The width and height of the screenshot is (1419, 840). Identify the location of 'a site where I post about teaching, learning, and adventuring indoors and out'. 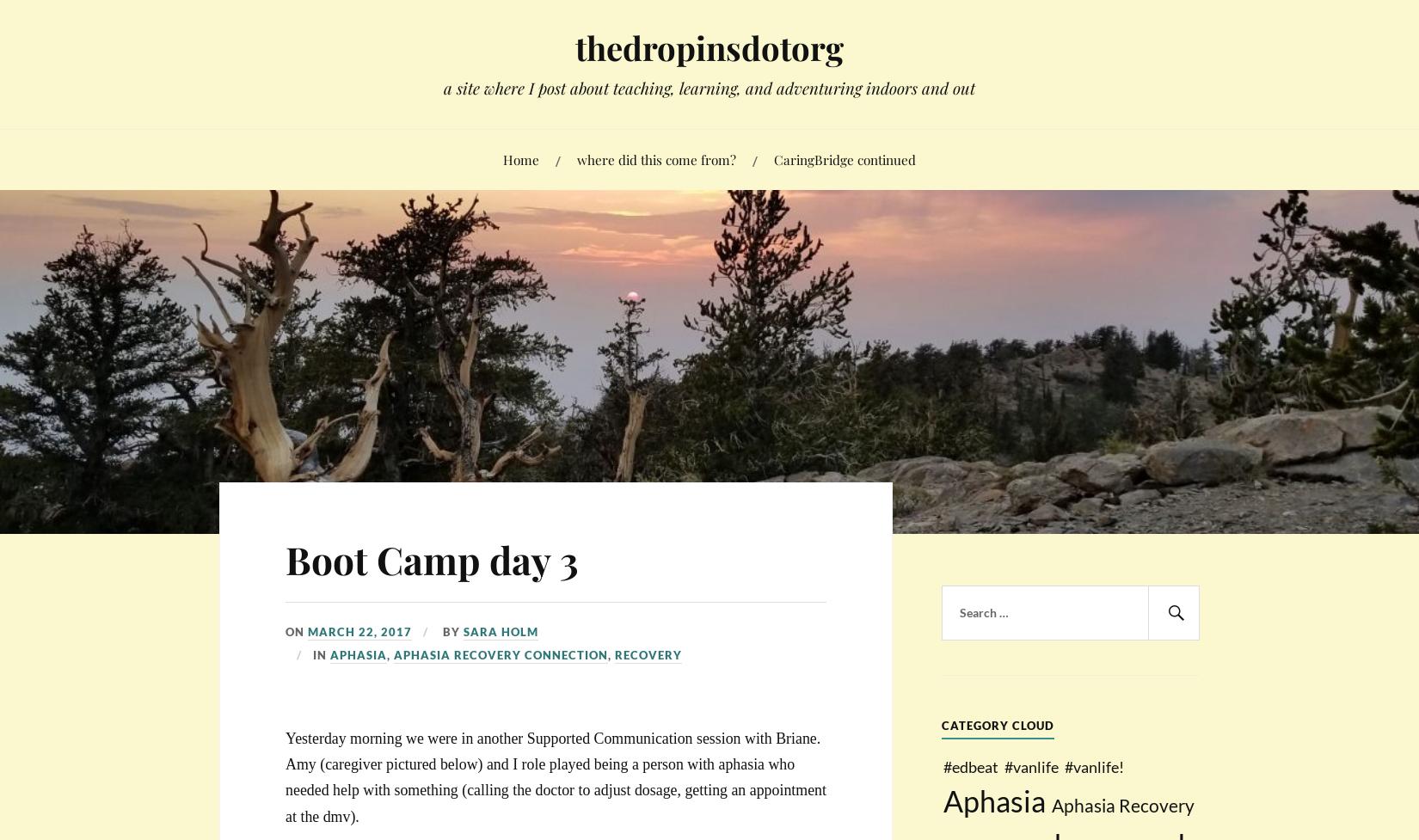
(442, 88).